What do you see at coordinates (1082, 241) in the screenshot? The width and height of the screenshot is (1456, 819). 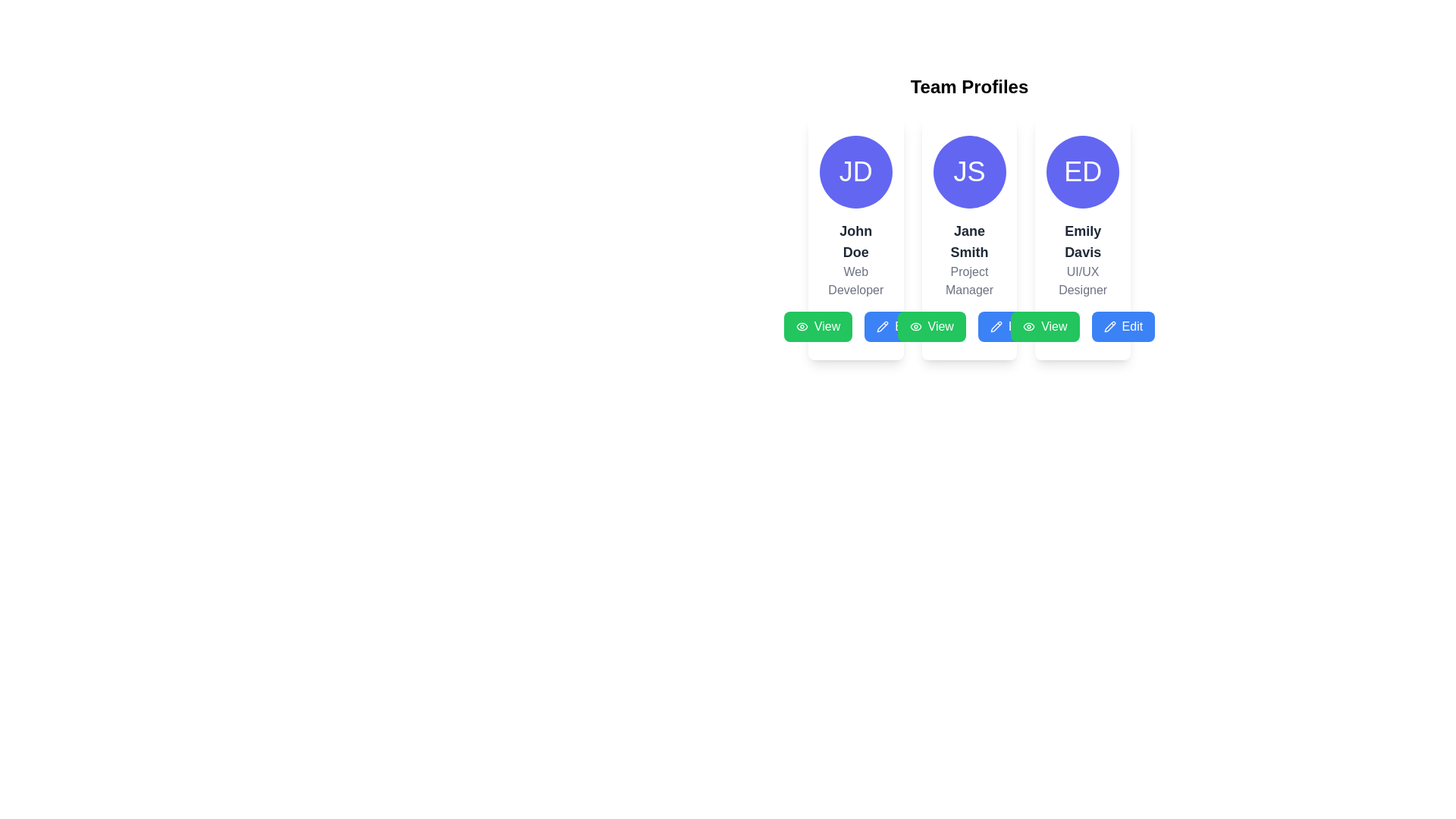 I see `displayed text of the name element, which is positioned below the avatar icon 'ED' and above the subtitle 'UI/UX Designer' in the rightmost card among three cards` at bounding box center [1082, 241].